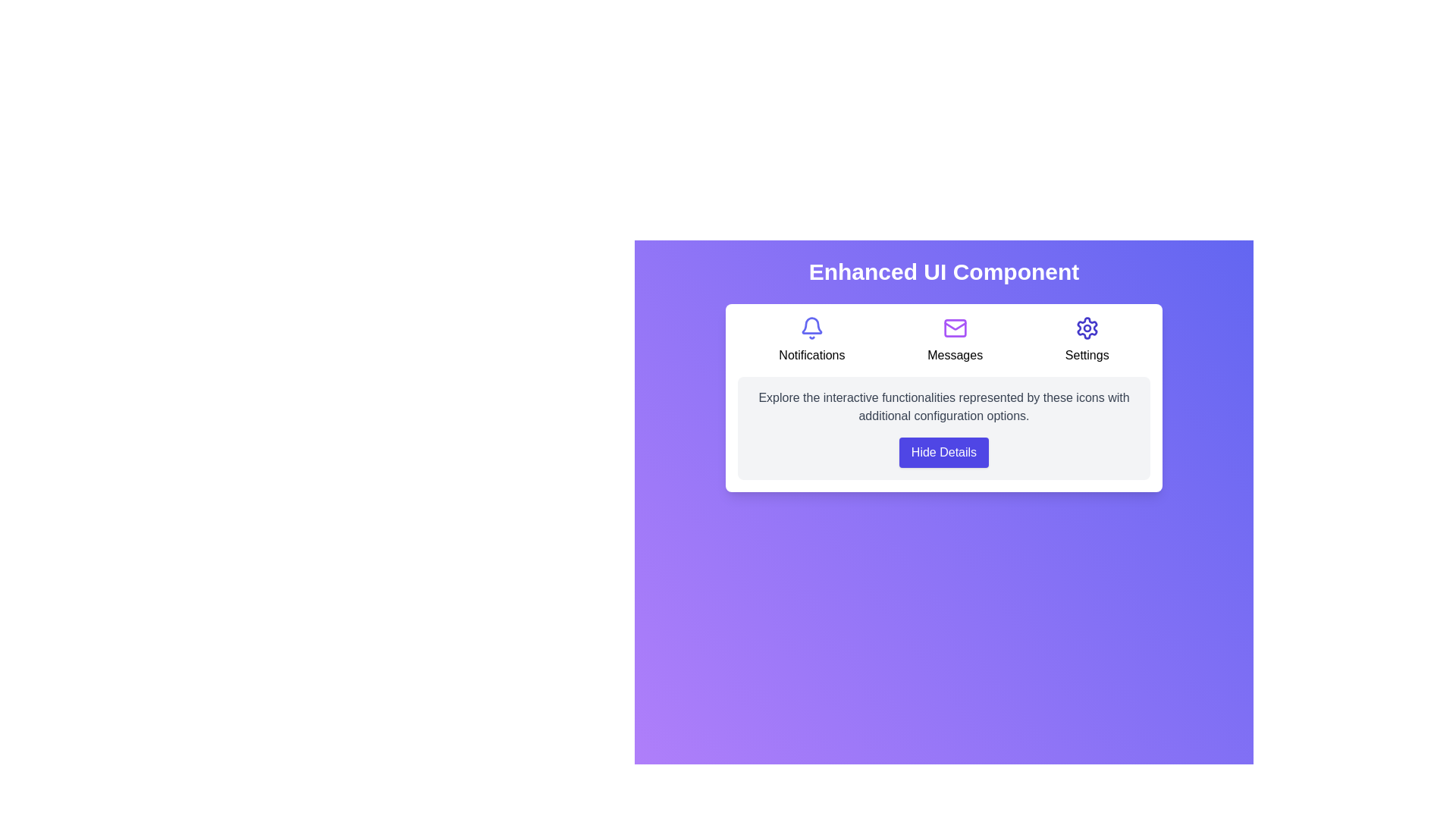  I want to click on the 'Settings' button with icon and label, so click(1086, 339).